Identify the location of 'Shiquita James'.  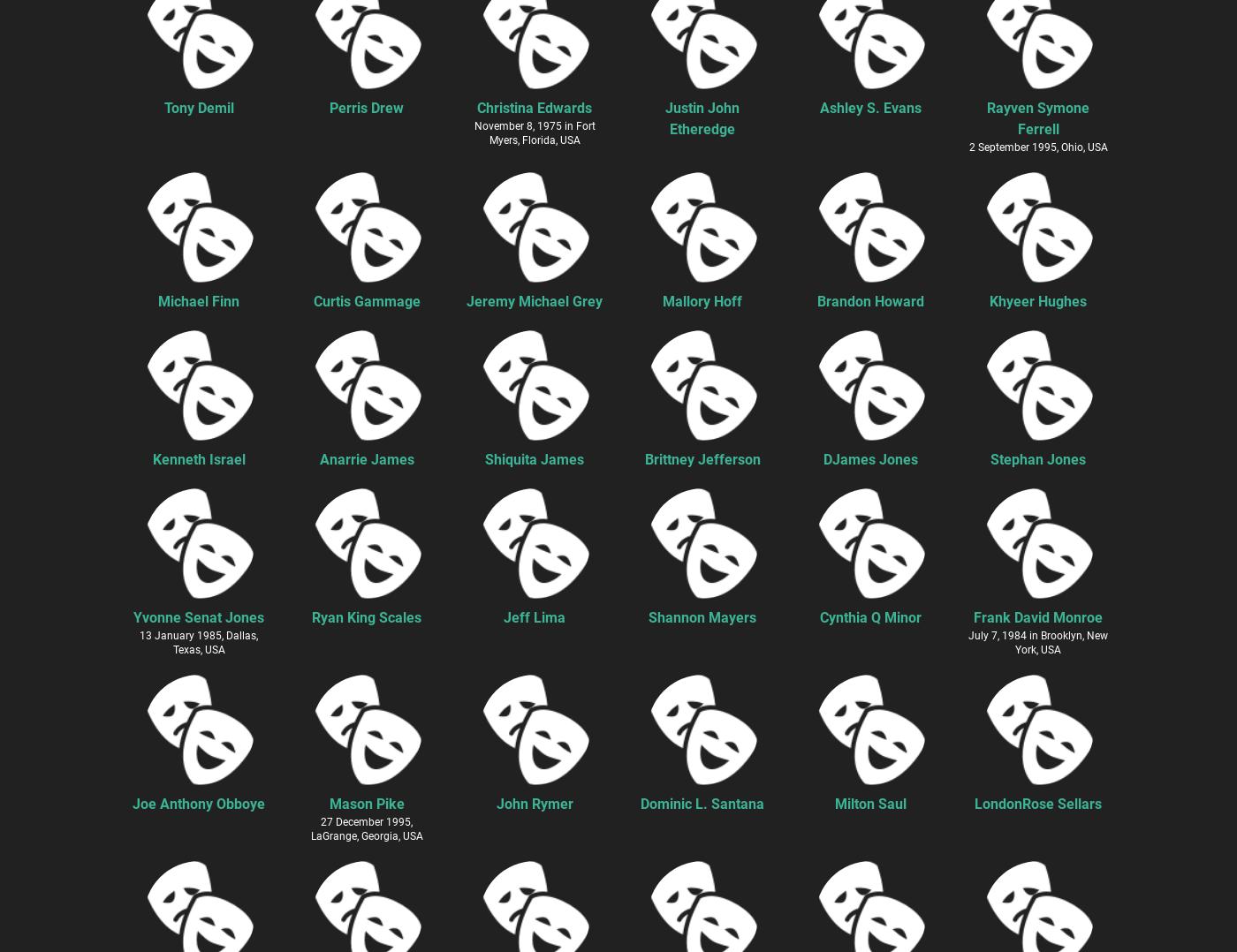
(534, 458).